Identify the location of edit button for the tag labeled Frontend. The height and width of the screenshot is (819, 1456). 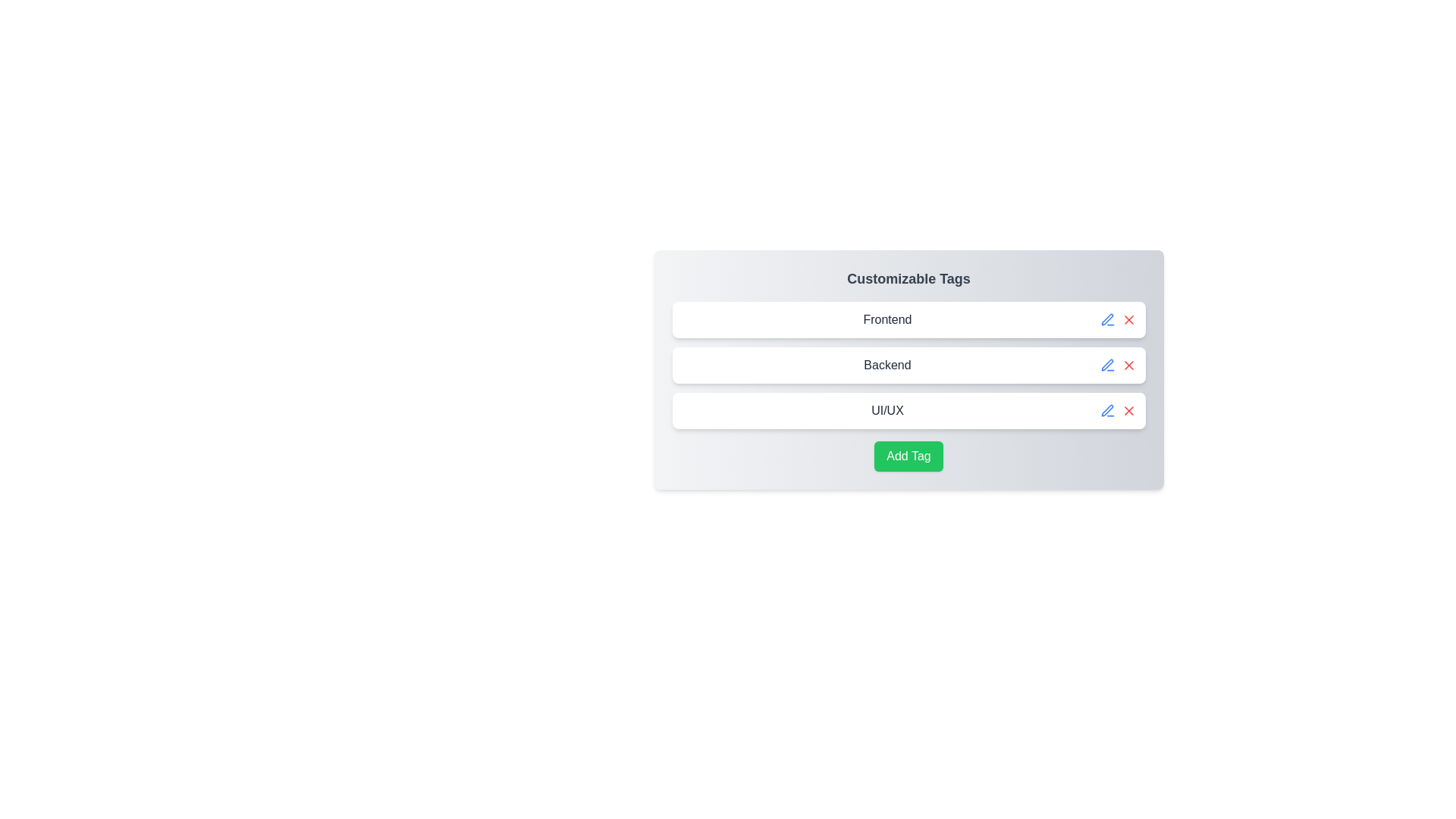
(1107, 318).